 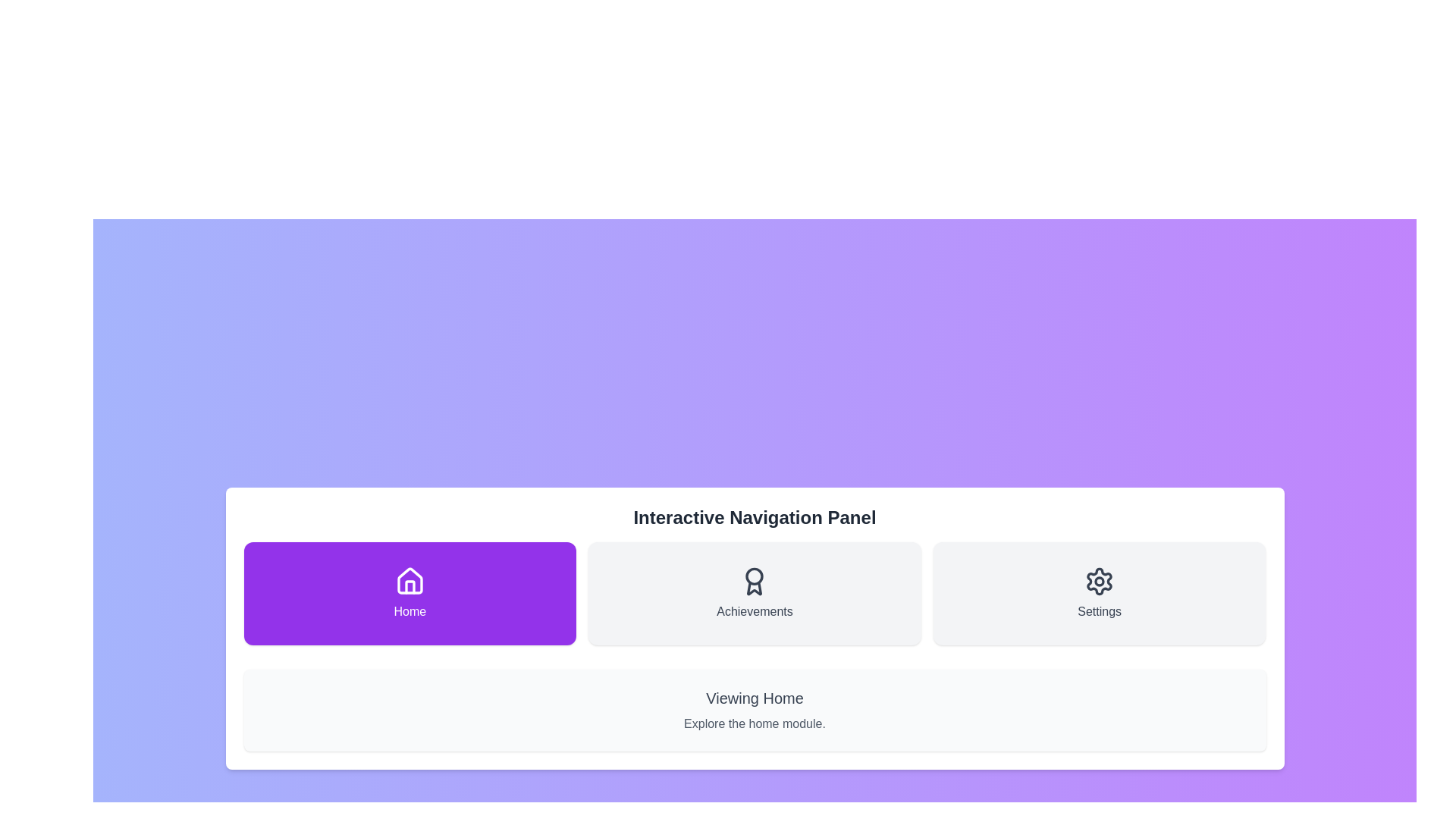 I want to click on the Text Label displaying 'Explore the home module.' which is located beneath the 'Viewing Home' text in the UI, so click(x=755, y=723).